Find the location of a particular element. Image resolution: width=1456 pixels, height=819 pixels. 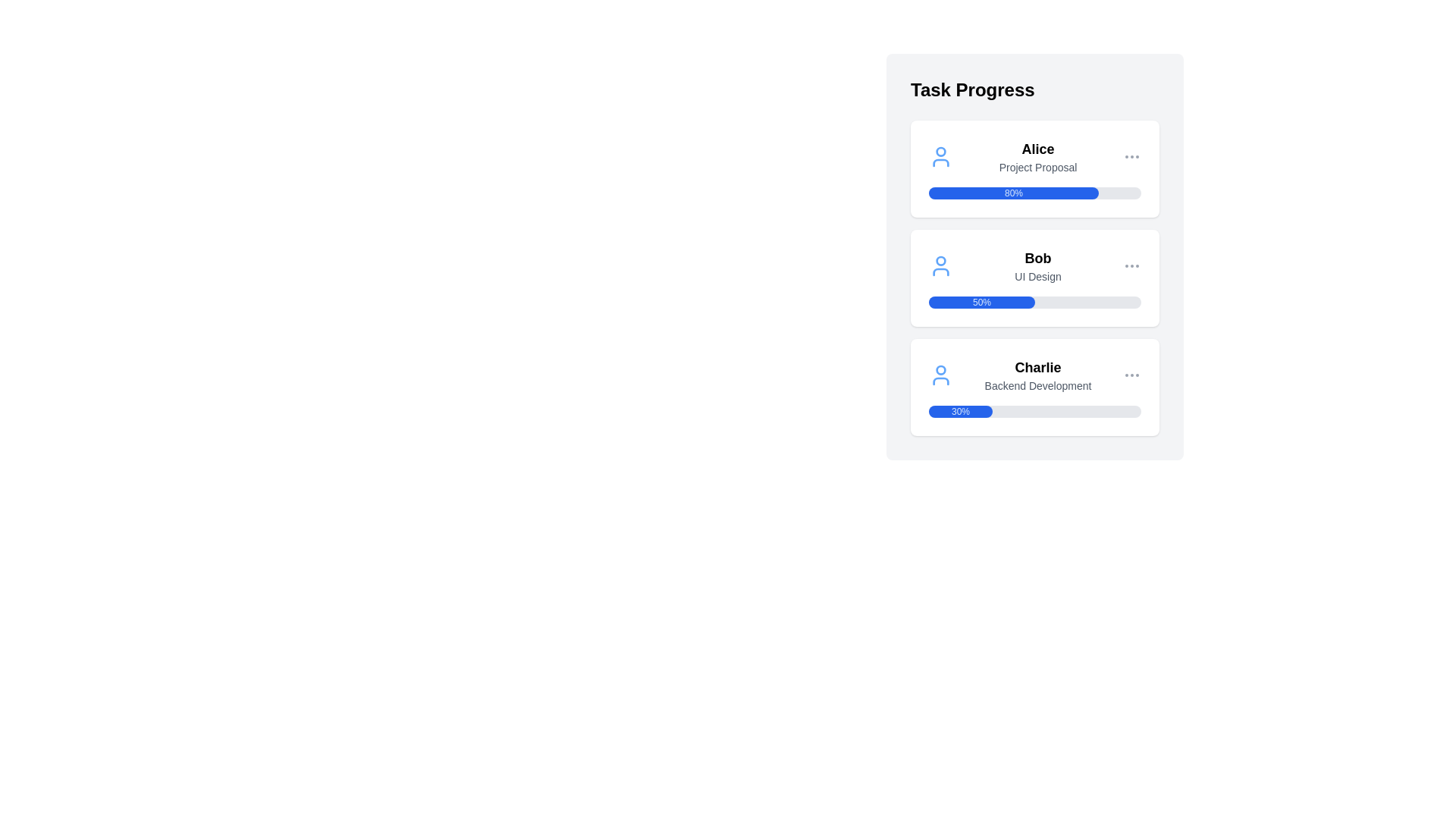

the top-most list item in the task progress list, which includes a blue user profile icon on the left, bold text 'Alice' in the center, and a grey ellipsis icon on the right is located at coordinates (1034, 157).